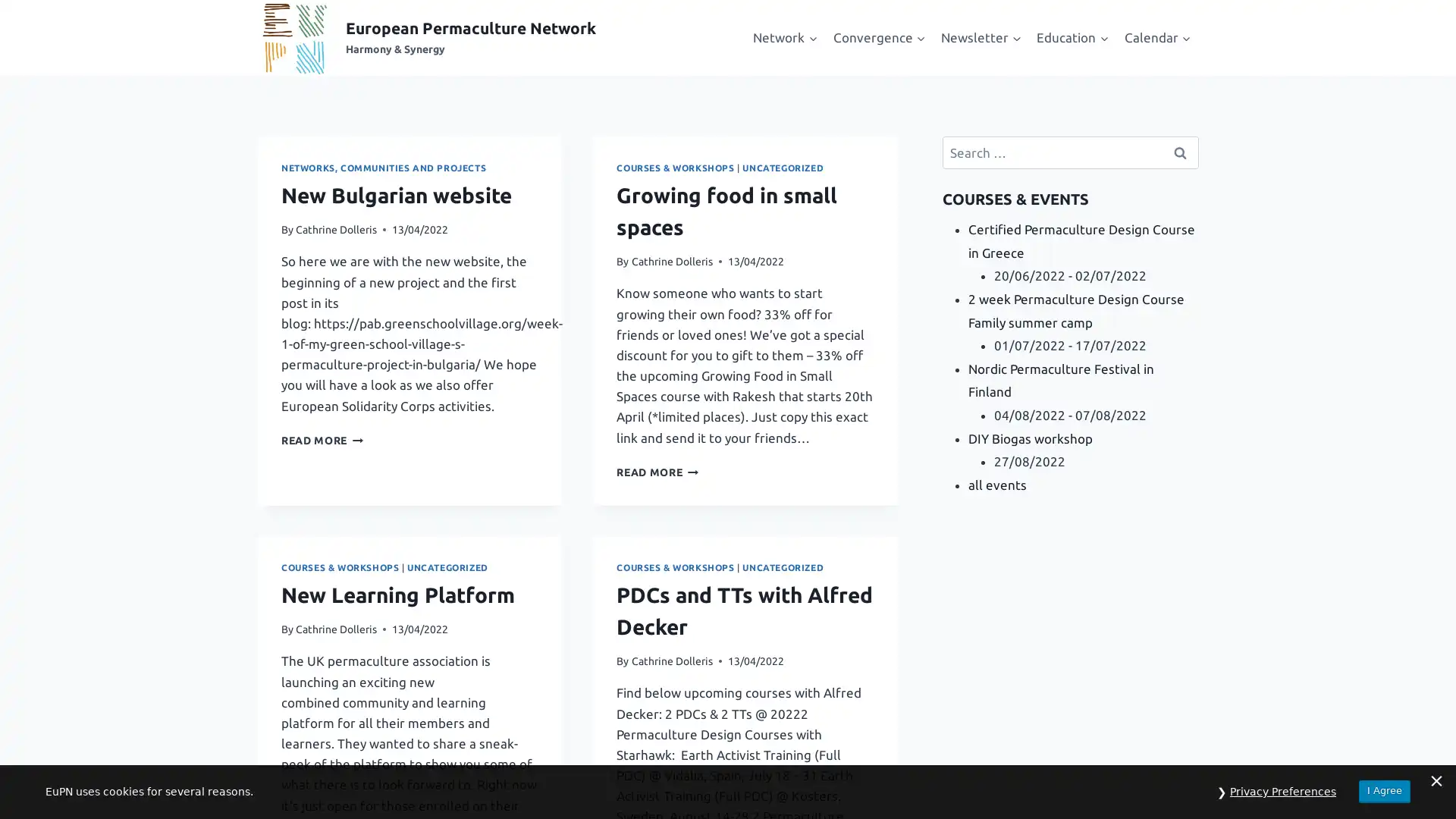 The height and width of the screenshot is (819, 1456). I want to click on Expand child menu, so click(1072, 36).